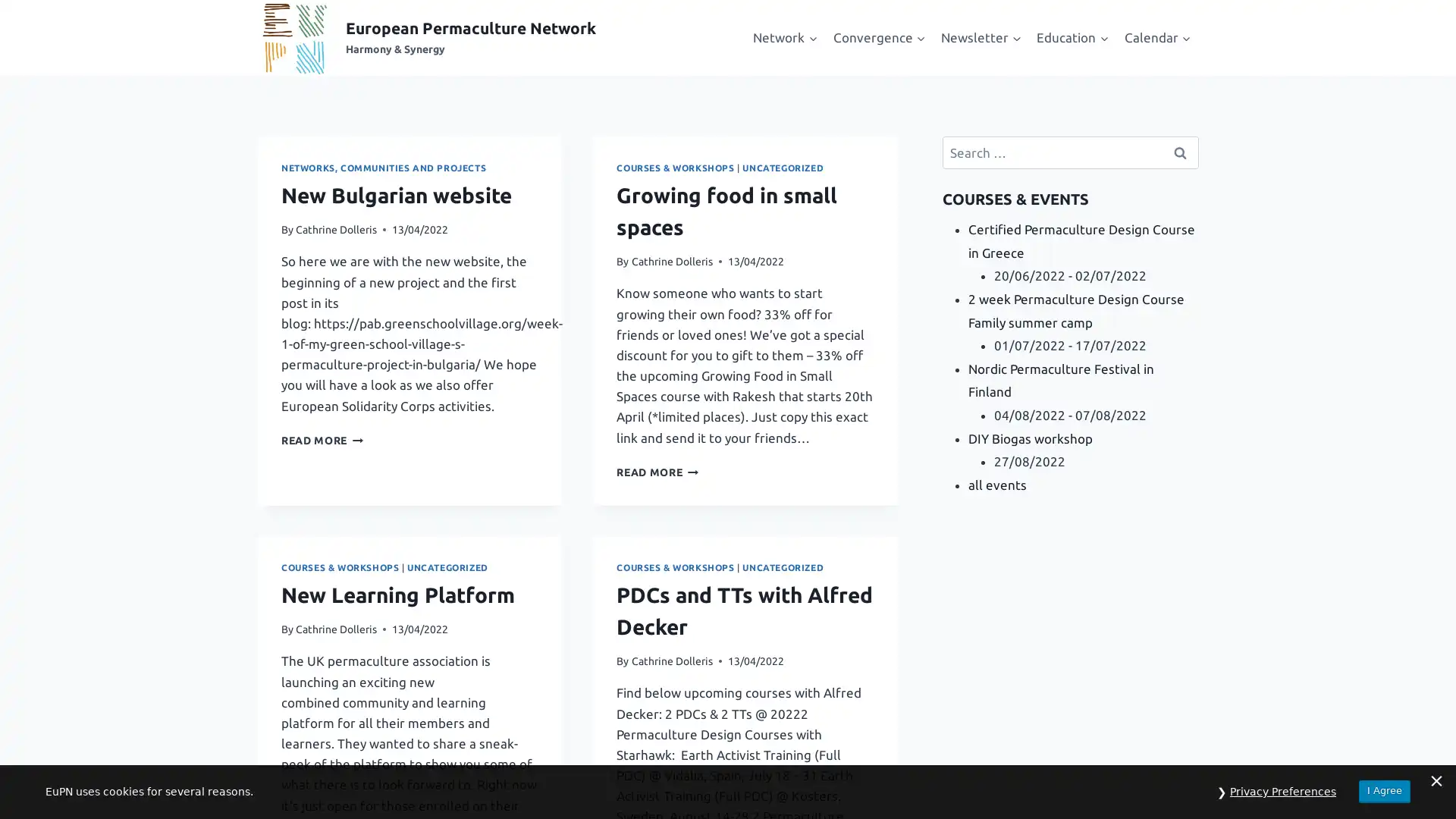 The height and width of the screenshot is (819, 1456). I want to click on Expand child menu, so click(1072, 36).